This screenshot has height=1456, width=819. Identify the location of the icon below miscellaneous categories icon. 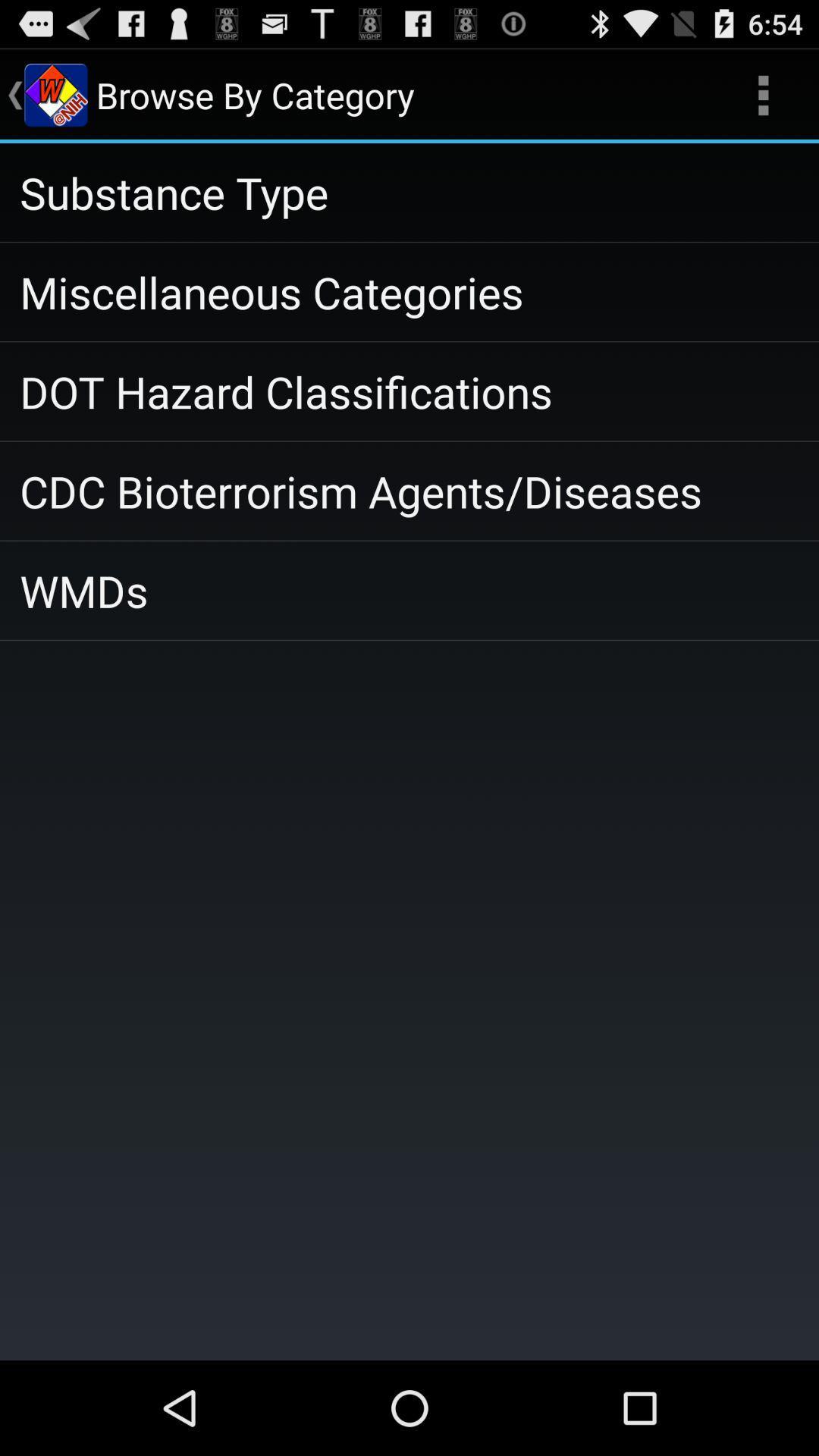
(409, 391).